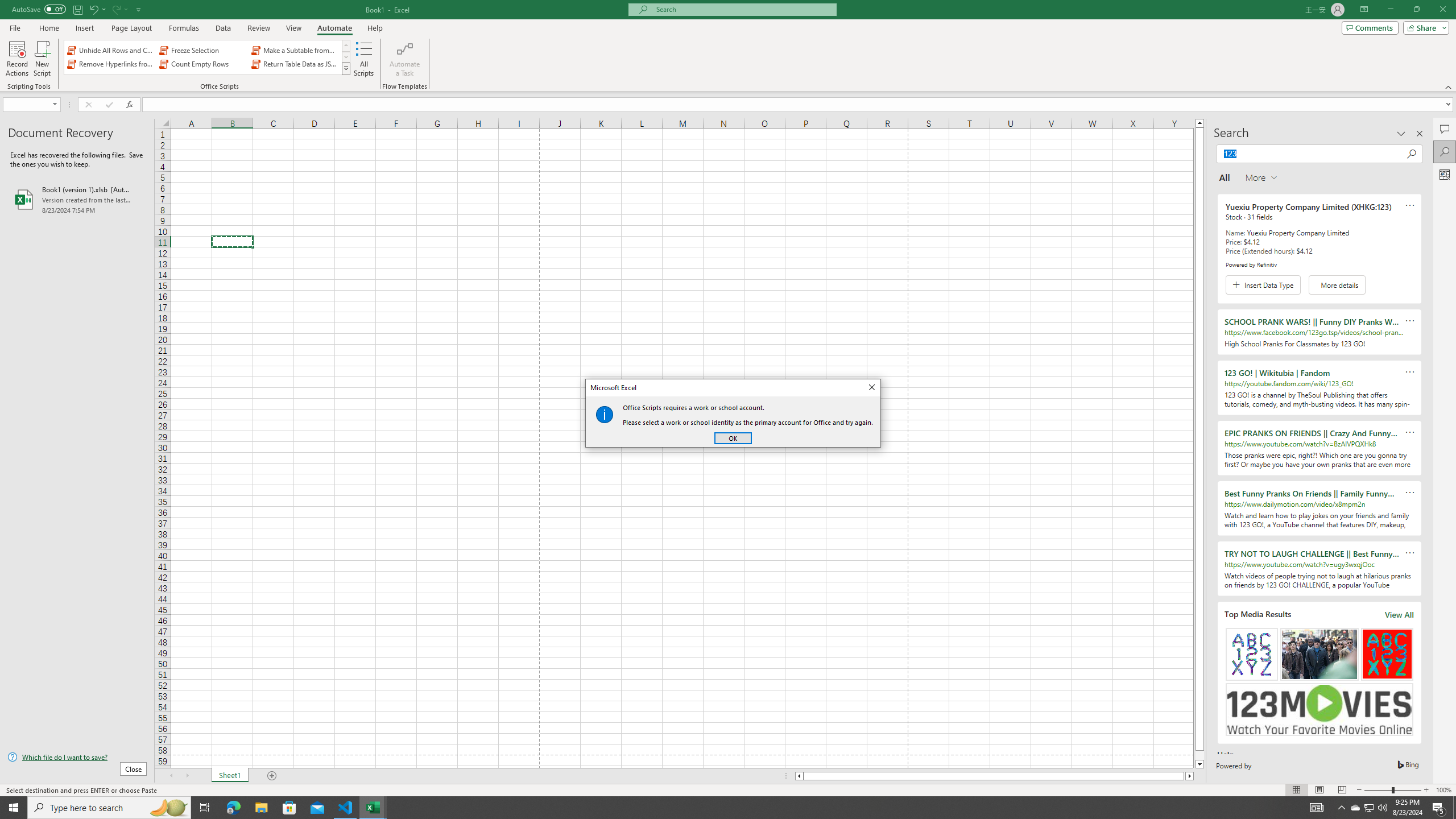 Image resolution: width=1456 pixels, height=819 pixels. What do you see at coordinates (14, 806) in the screenshot?
I see `'Start'` at bounding box center [14, 806].